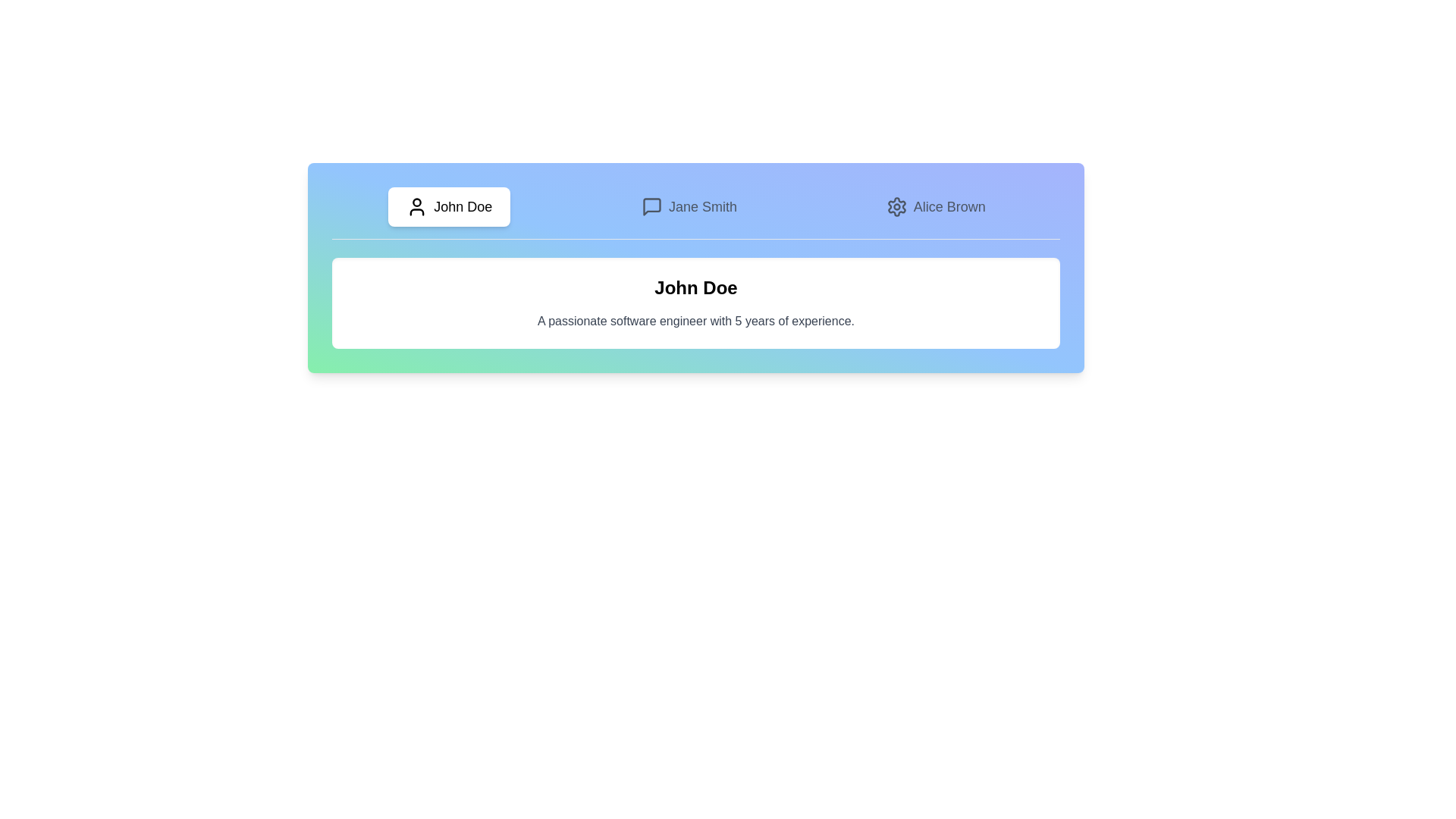 The height and width of the screenshot is (819, 1456). I want to click on the tab corresponding to the user profile John Doe, so click(448, 207).